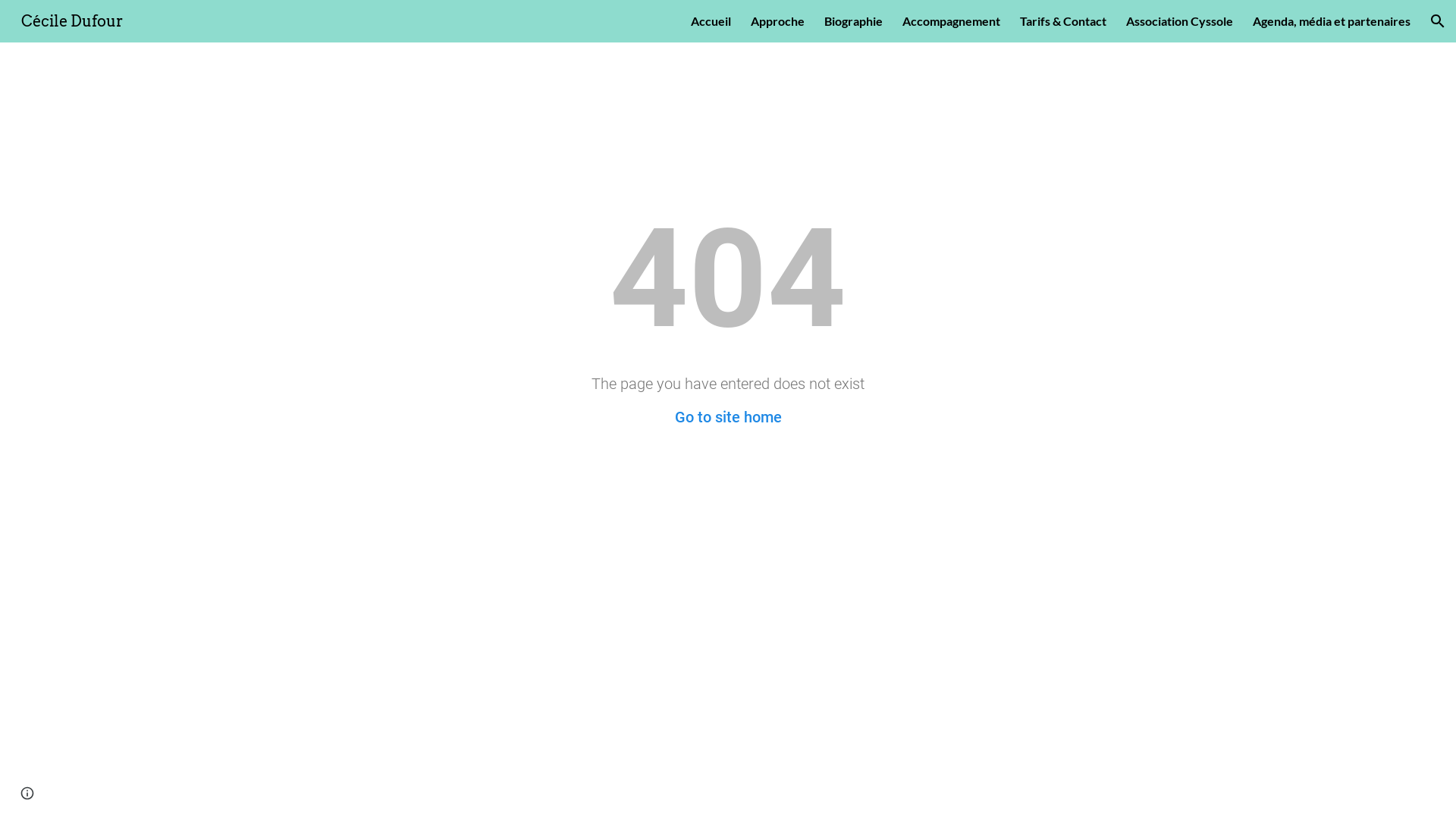 Image resolution: width=1456 pixels, height=819 pixels. What do you see at coordinates (1062, 20) in the screenshot?
I see `'Tarifs & Contact'` at bounding box center [1062, 20].